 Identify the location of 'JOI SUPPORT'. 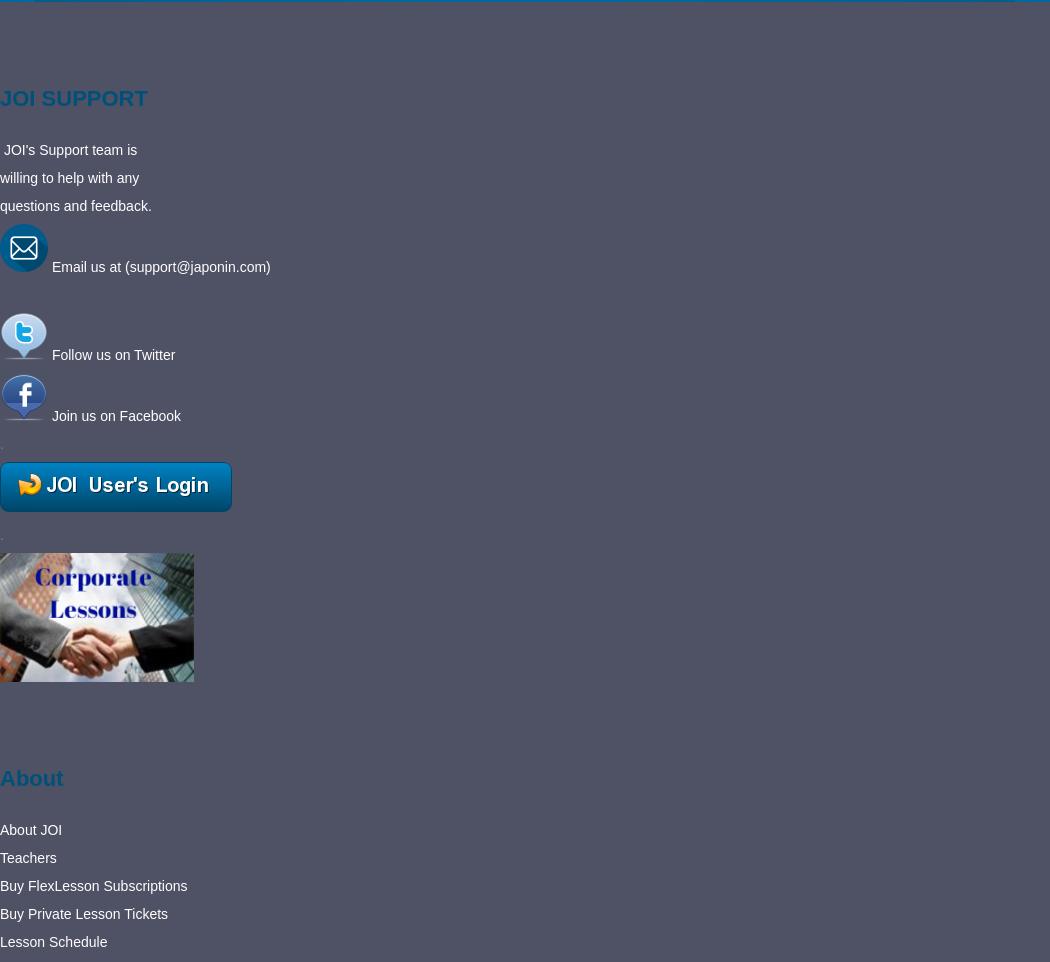
(72, 97).